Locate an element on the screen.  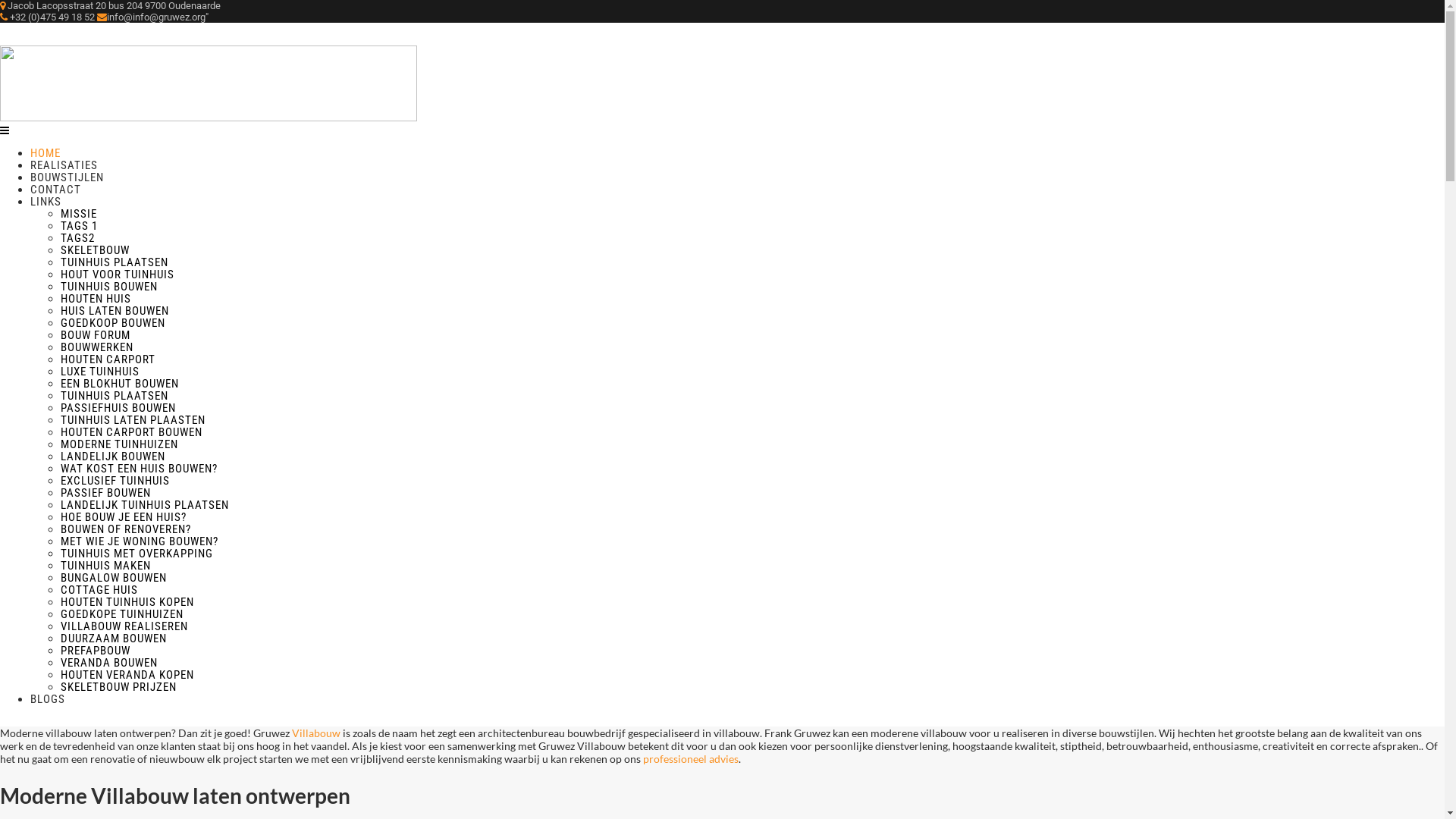
'BOUWEN OF RENOVEREN?' is located at coordinates (126, 529).